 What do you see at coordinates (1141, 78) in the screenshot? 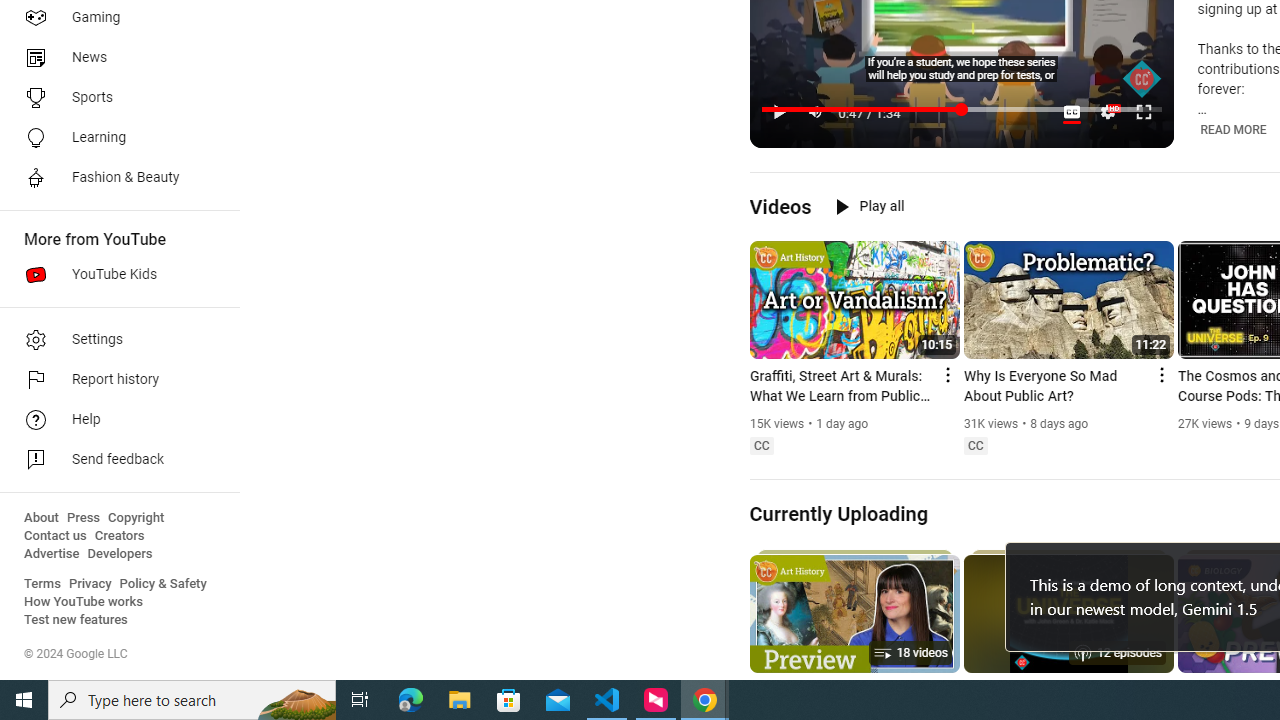
I see `'Channel watermark'` at bounding box center [1141, 78].